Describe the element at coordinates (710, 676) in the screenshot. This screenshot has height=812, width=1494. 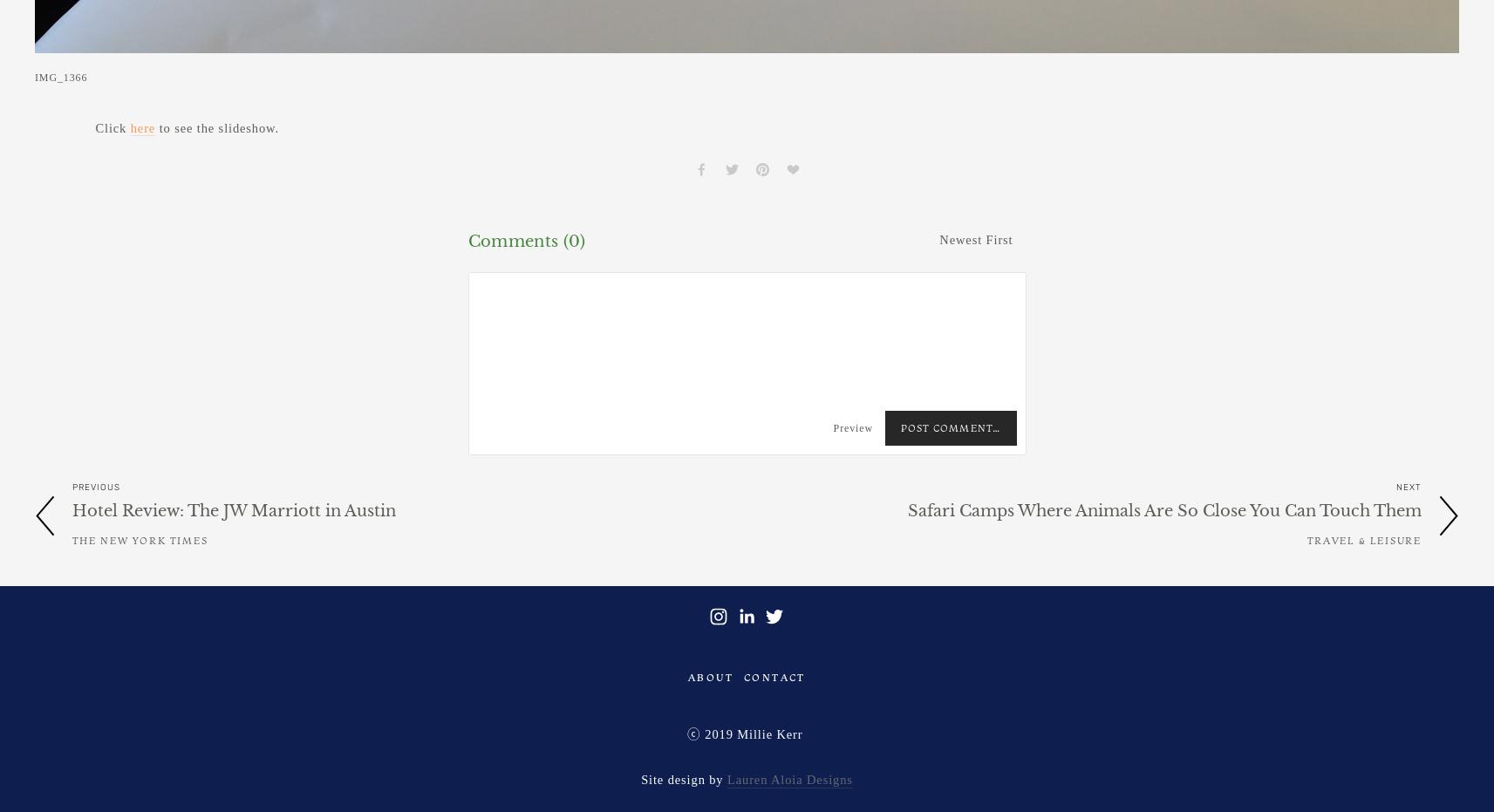
I see `'About'` at that location.